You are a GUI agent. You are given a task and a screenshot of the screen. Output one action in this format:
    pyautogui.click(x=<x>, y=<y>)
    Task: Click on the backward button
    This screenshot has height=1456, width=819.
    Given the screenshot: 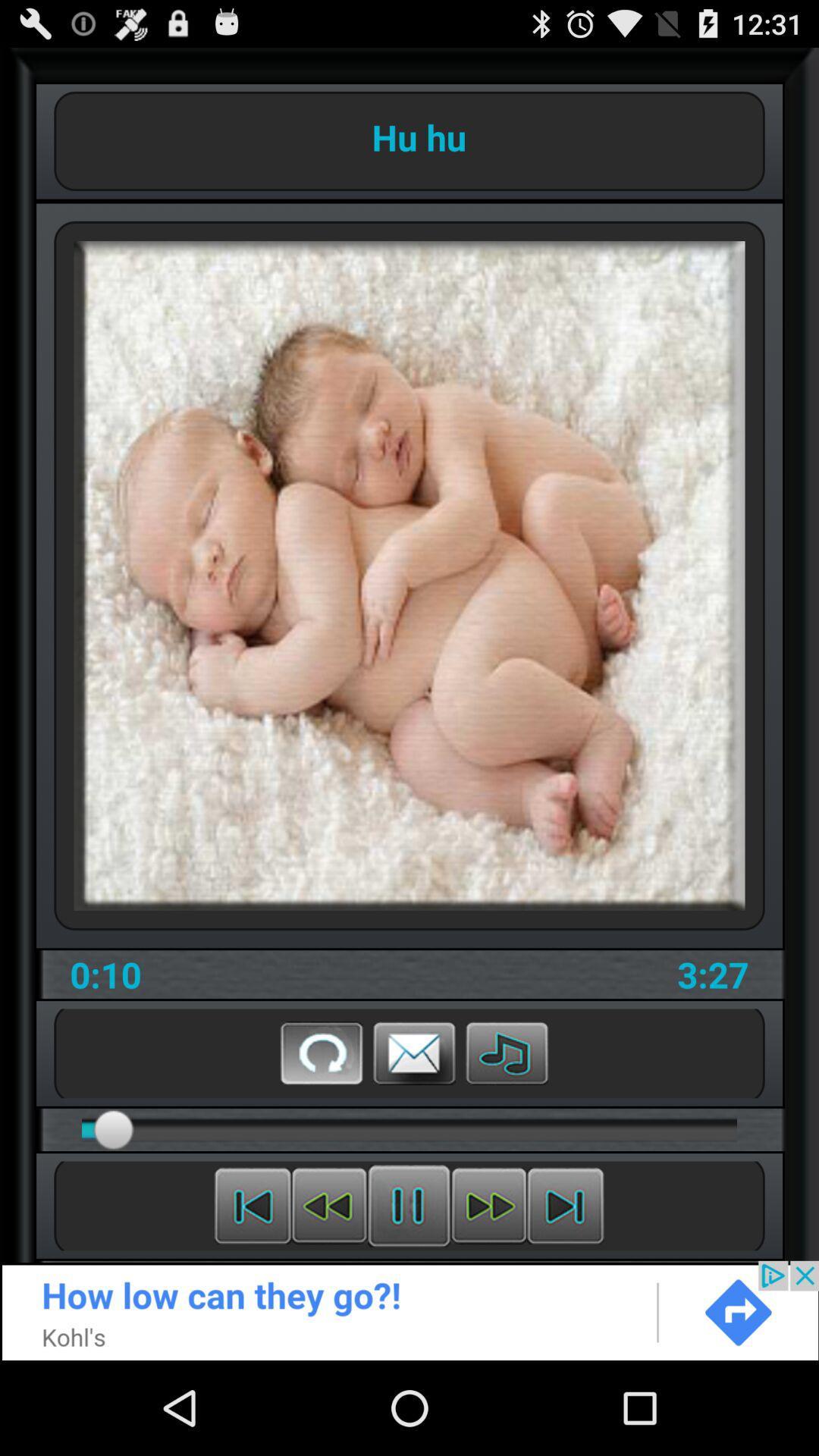 What is the action you would take?
    pyautogui.click(x=252, y=1205)
    